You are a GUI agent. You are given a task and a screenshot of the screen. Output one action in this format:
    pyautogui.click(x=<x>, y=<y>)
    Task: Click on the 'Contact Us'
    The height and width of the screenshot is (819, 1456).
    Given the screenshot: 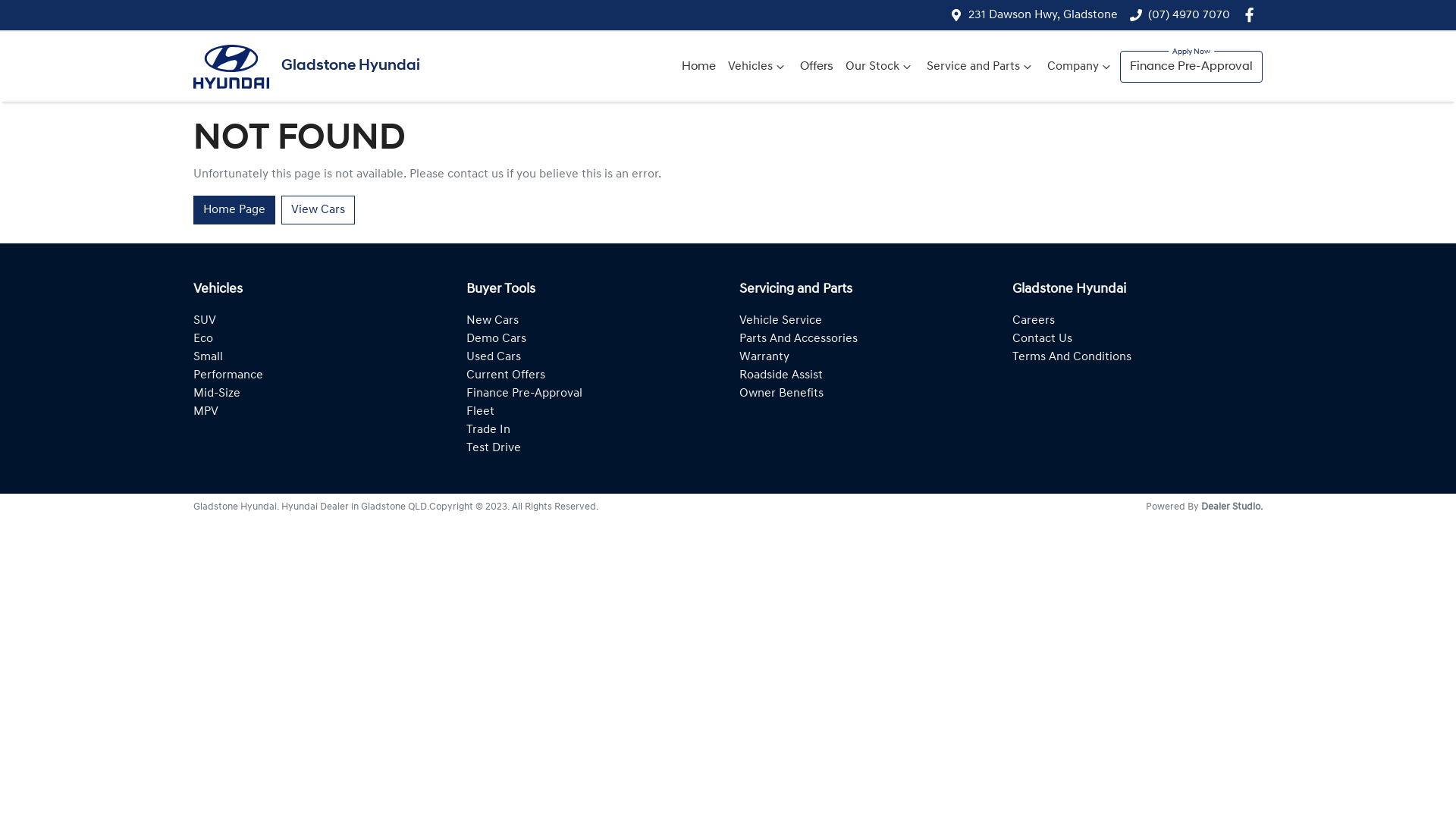 What is the action you would take?
    pyautogui.click(x=1041, y=338)
    